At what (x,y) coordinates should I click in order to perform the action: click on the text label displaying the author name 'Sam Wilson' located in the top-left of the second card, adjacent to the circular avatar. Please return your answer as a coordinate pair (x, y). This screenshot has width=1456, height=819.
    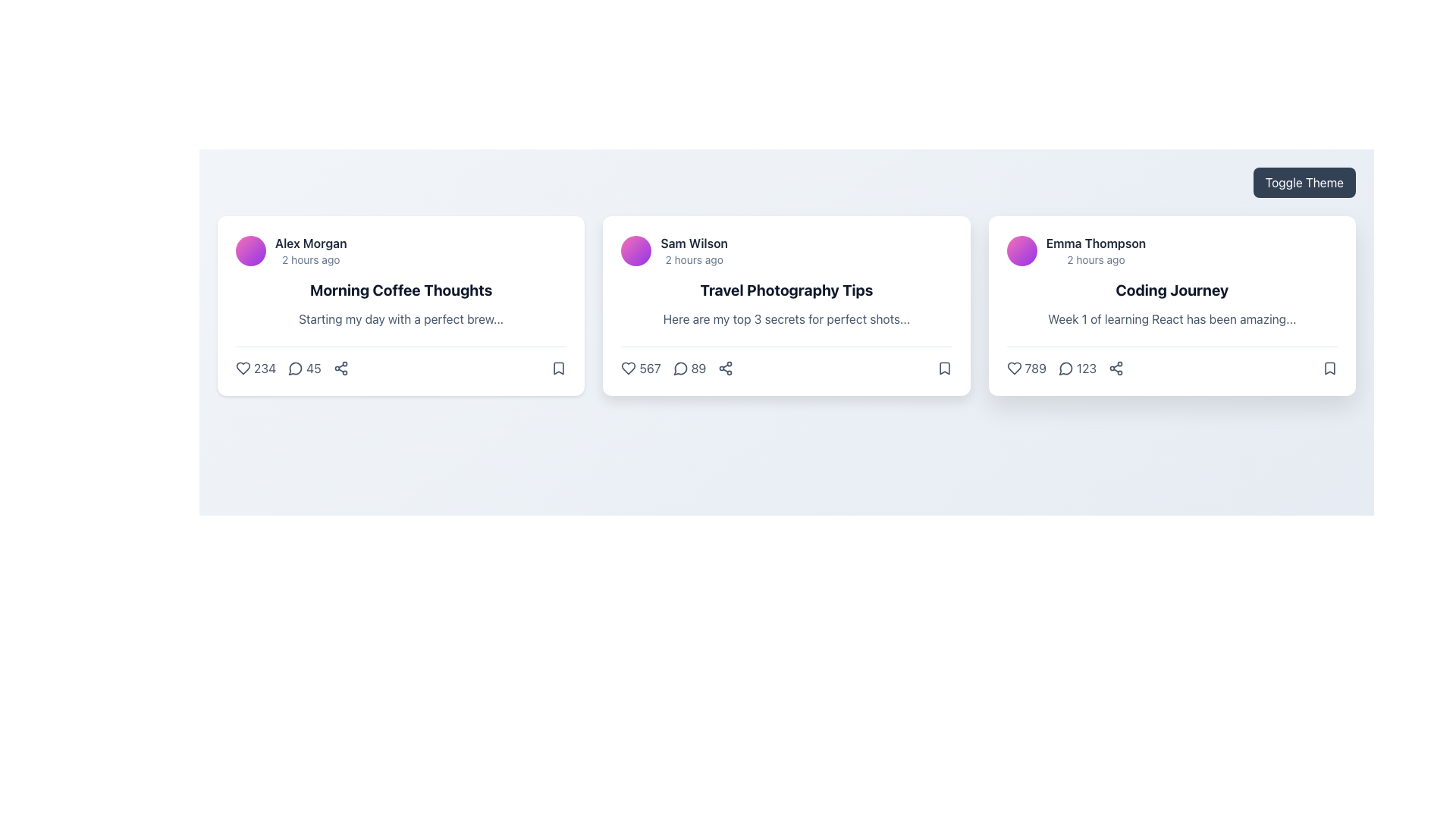
    Looking at the image, I should click on (693, 242).